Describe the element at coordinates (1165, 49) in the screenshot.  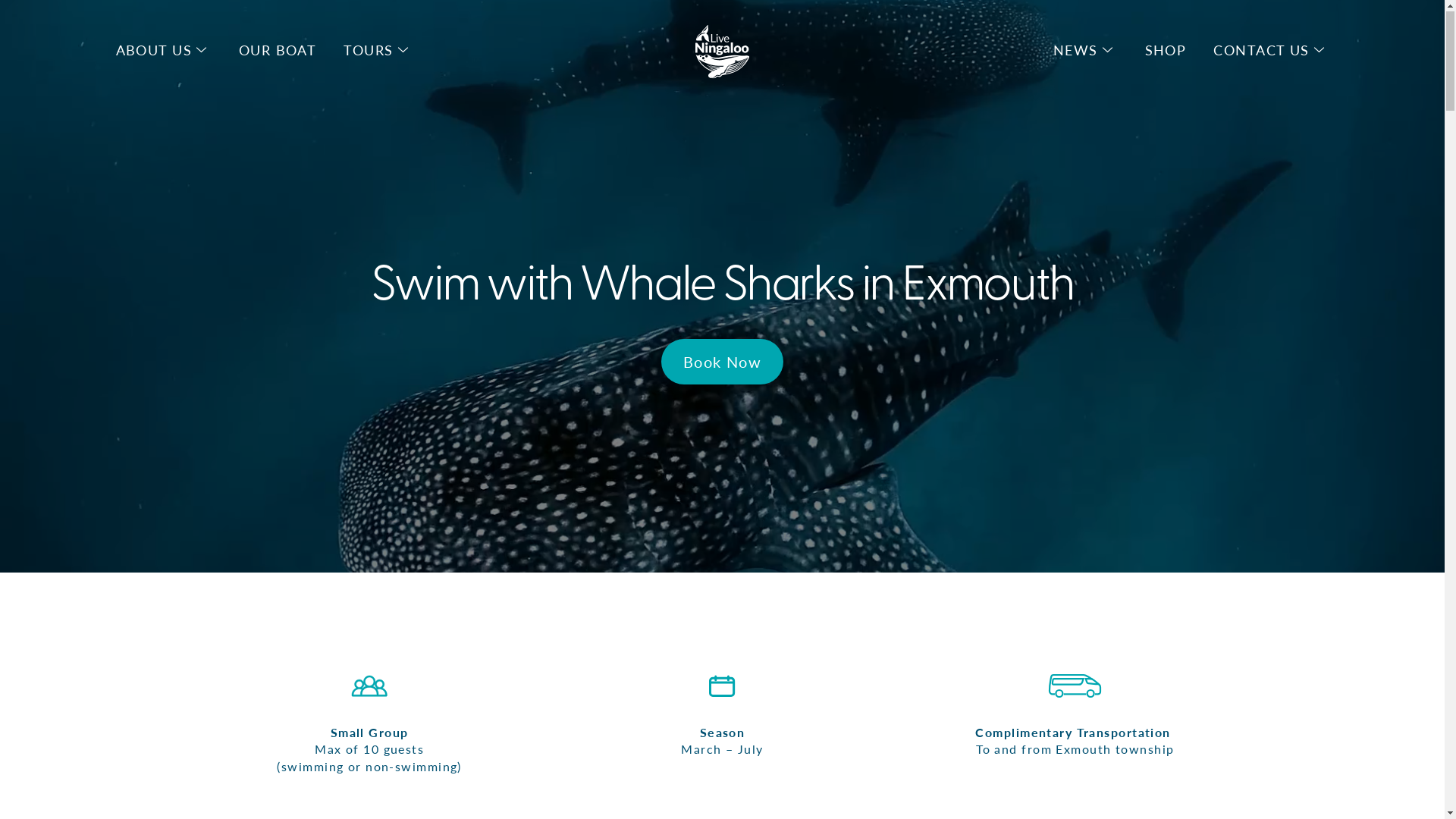
I see `'SHOP'` at that location.